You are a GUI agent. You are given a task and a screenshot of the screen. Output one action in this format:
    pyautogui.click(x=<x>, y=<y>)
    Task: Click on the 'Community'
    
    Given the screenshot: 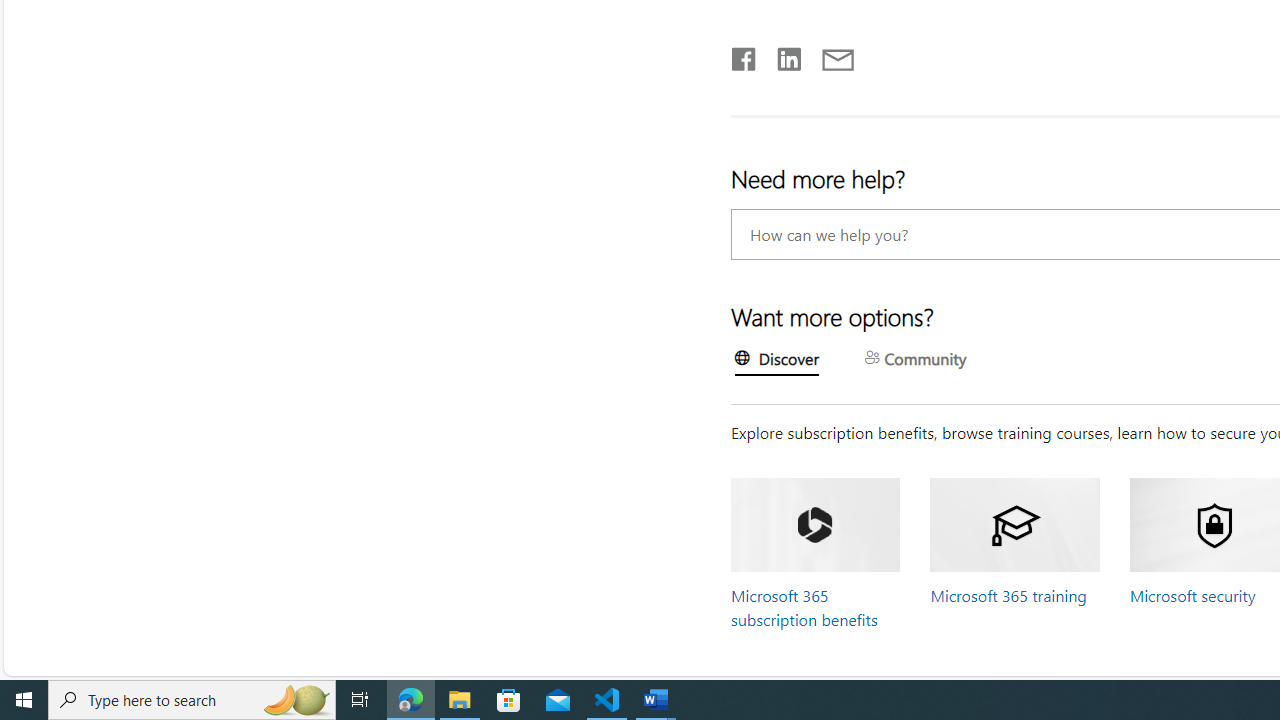 What is the action you would take?
    pyautogui.click(x=914, y=360)
    